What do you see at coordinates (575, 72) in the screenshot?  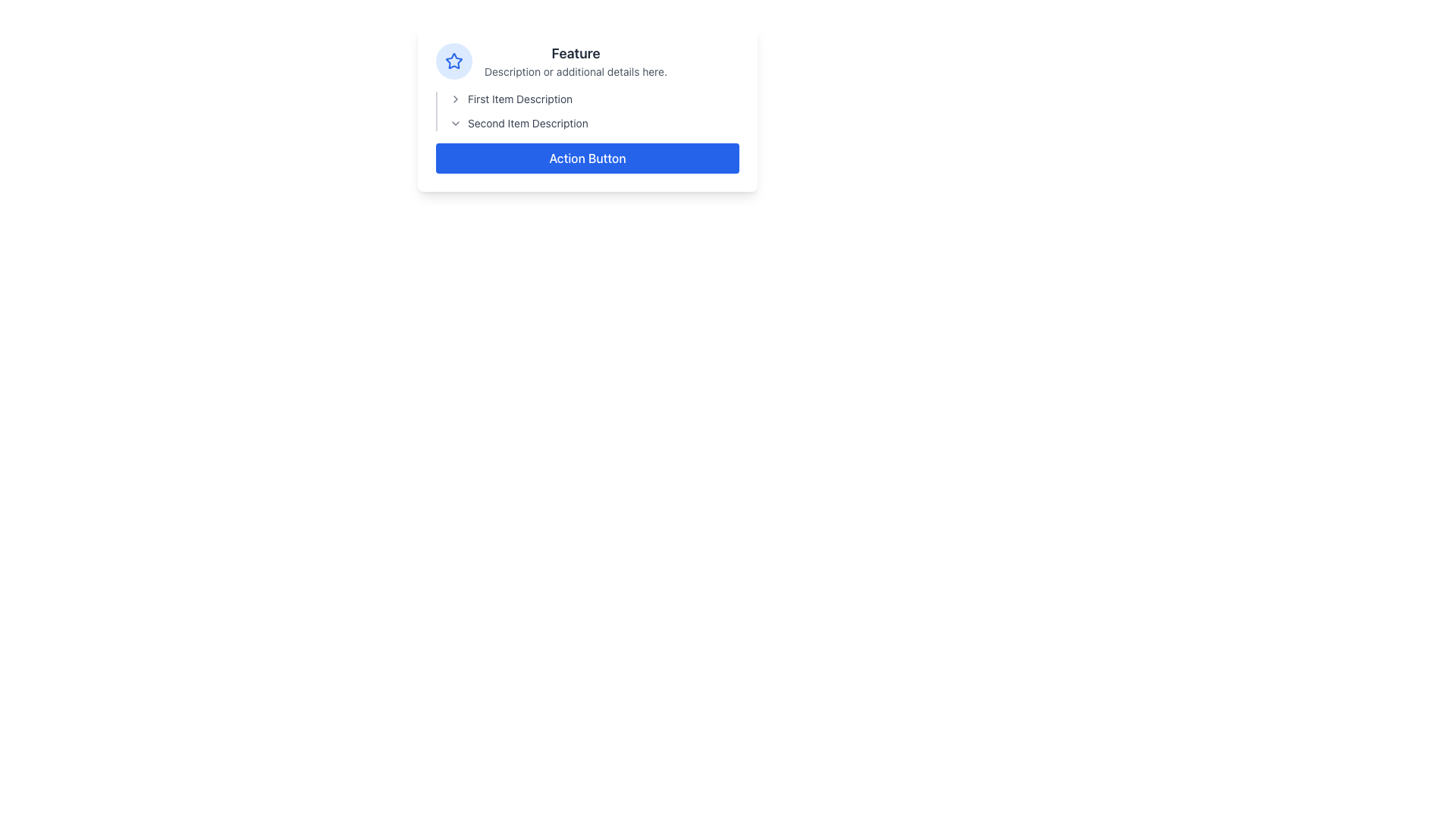 I see `descriptive text block located immediately beneath the heading labeled 'Feature' within the card-like layout` at bounding box center [575, 72].